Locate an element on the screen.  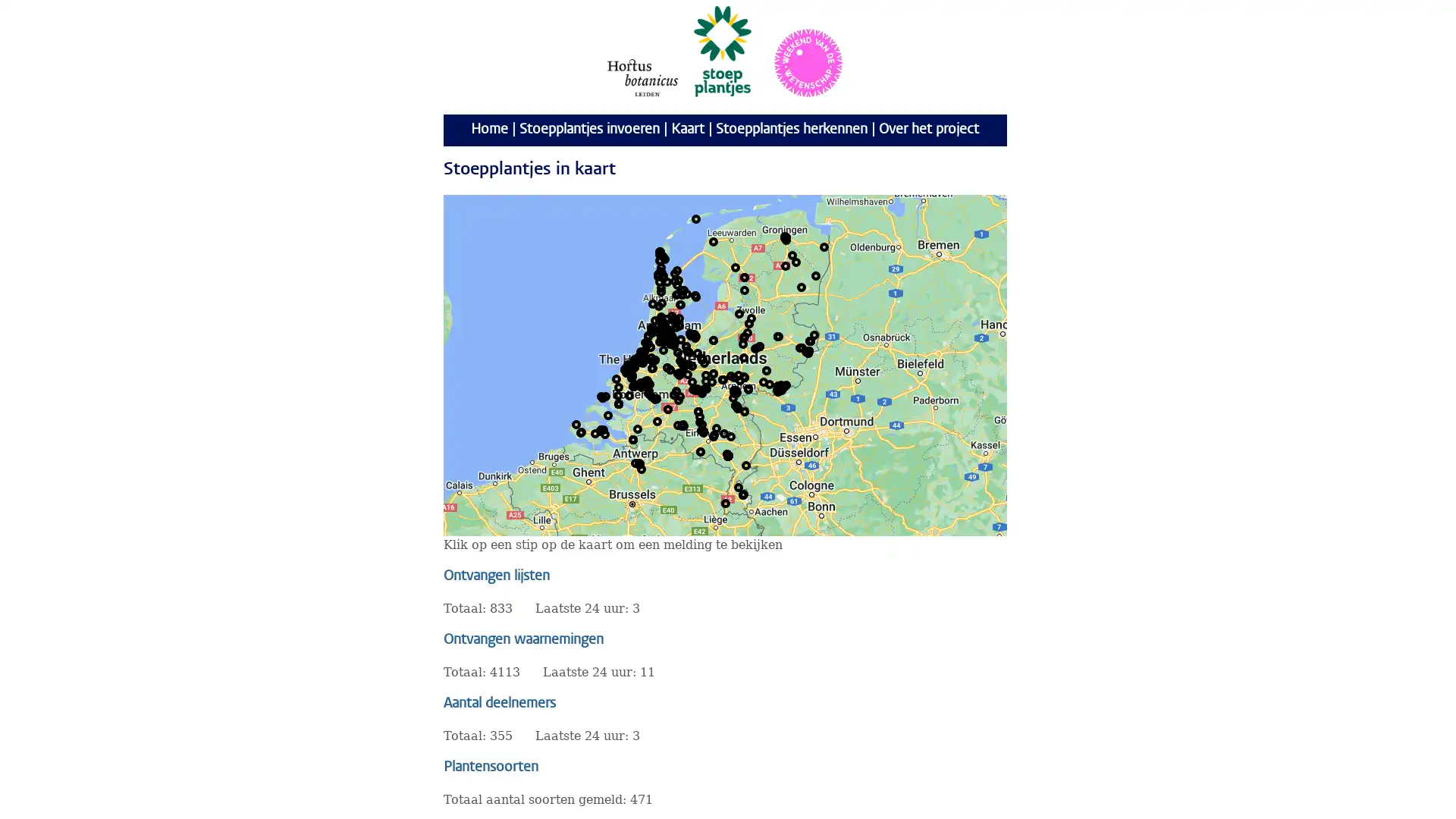
Telling van Cathelijne op 25 mei 2022 is located at coordinates (676, 424).